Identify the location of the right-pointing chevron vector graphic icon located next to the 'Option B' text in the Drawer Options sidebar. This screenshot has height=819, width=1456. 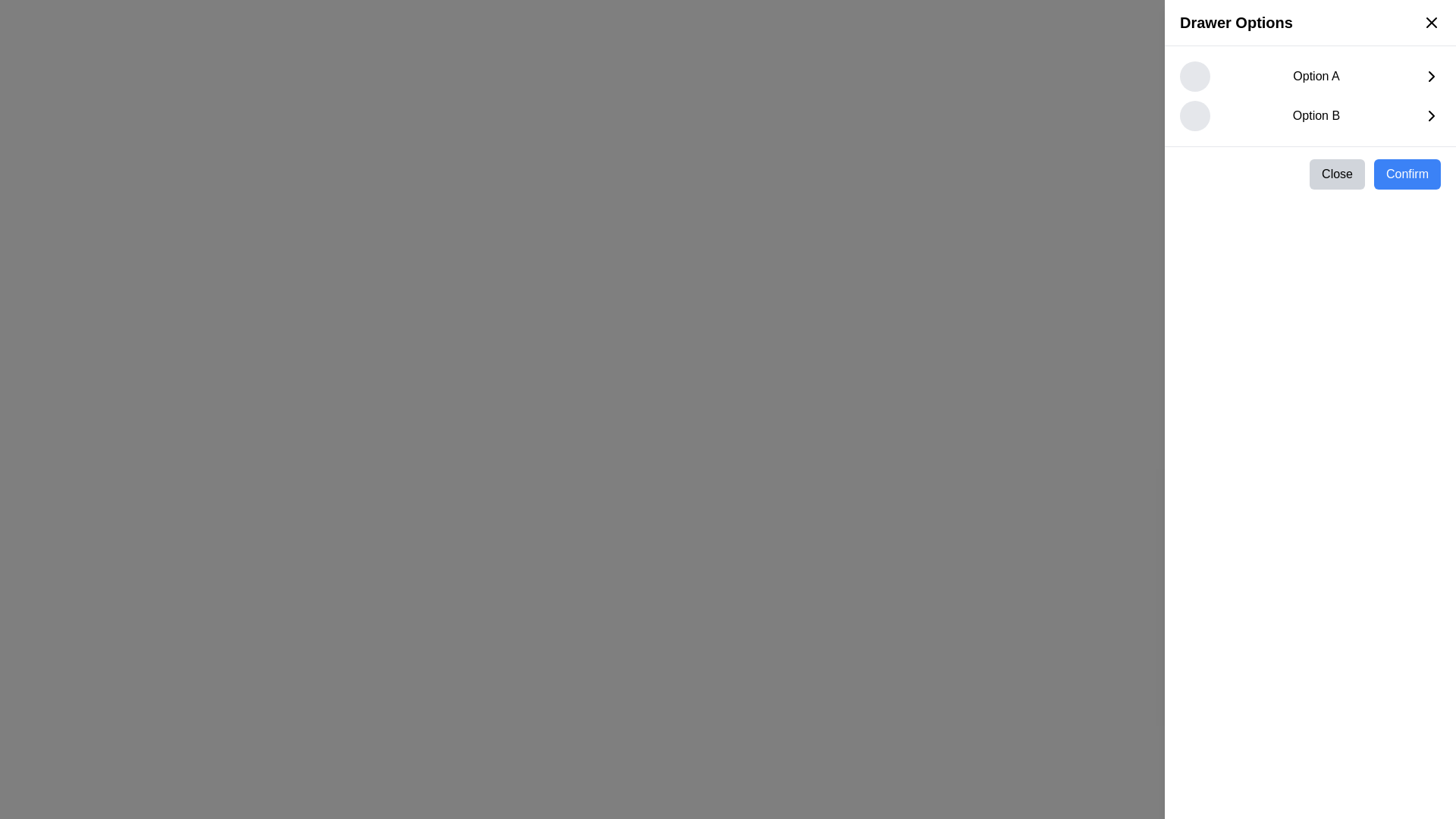
(1430, 115).